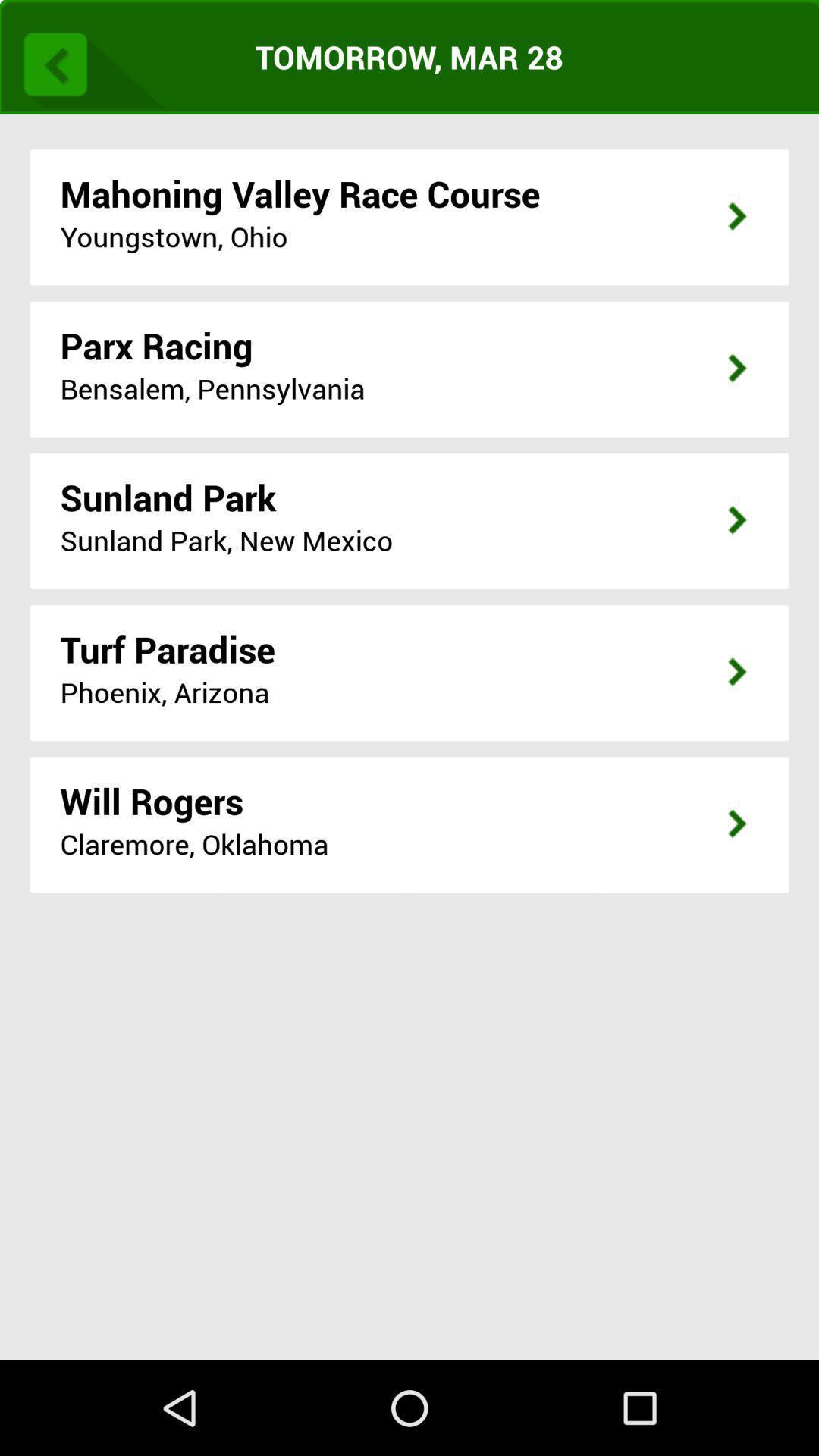  What do you see at coordinates (89, 61) in the screenshot?
I see `item above the mahoning valley race item` at bounding box center [89, 61].